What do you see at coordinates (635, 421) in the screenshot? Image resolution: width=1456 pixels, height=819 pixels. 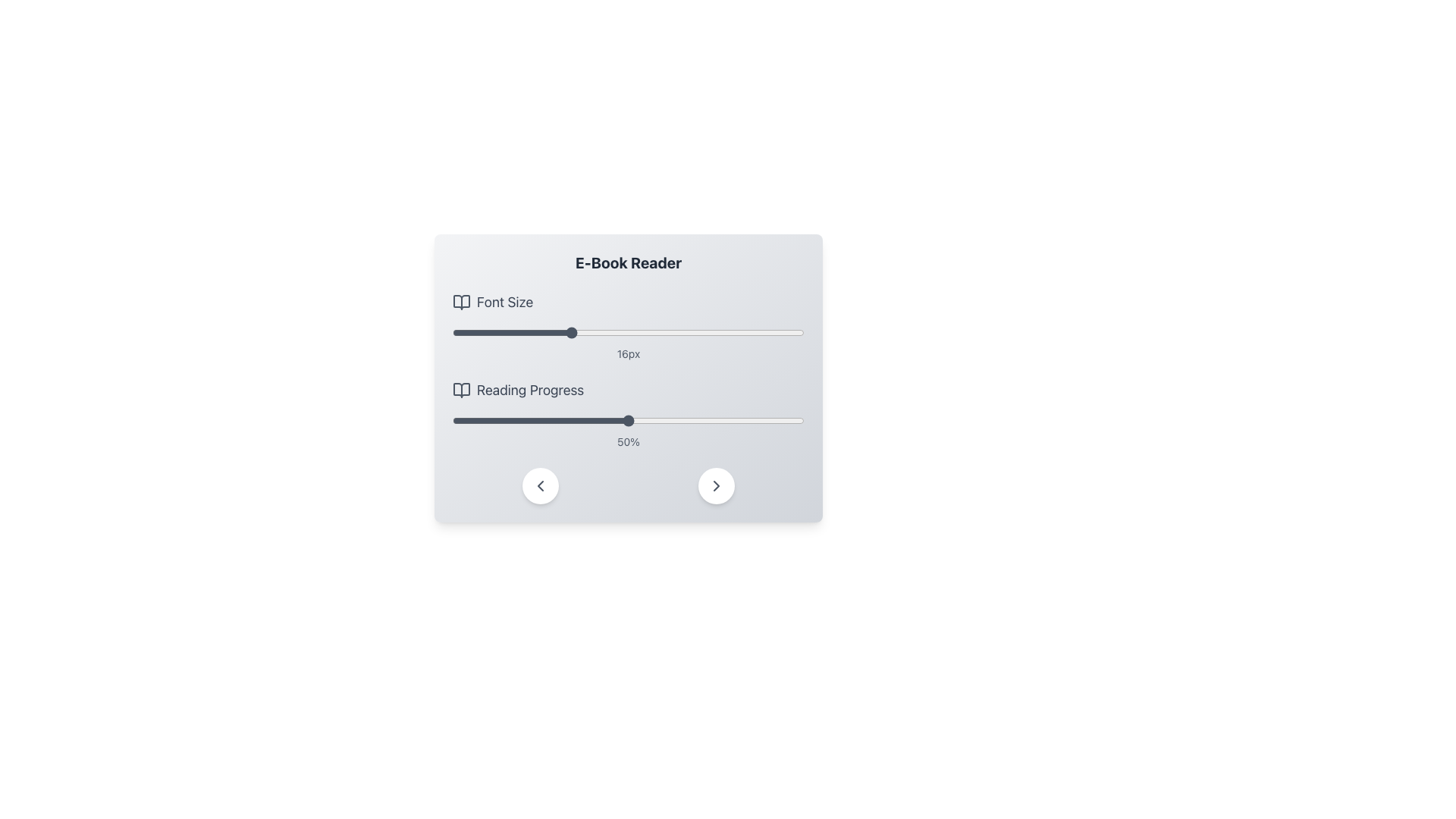 I see `the reading progress` at bounding box center [635, 421].